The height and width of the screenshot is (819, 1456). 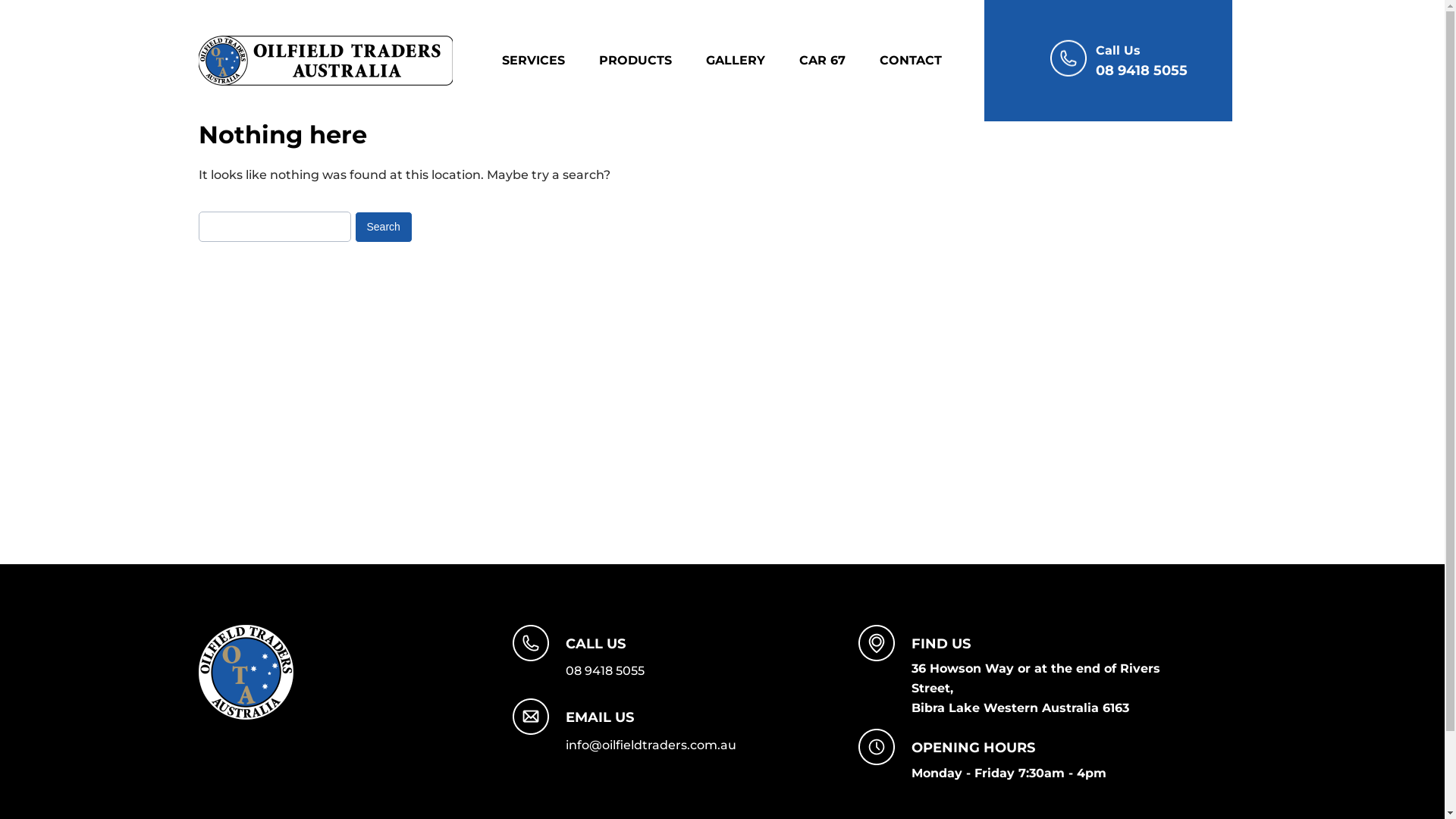 I want to click on 'info@oilfieldtraders.com.au', so click(x=651, y=744).